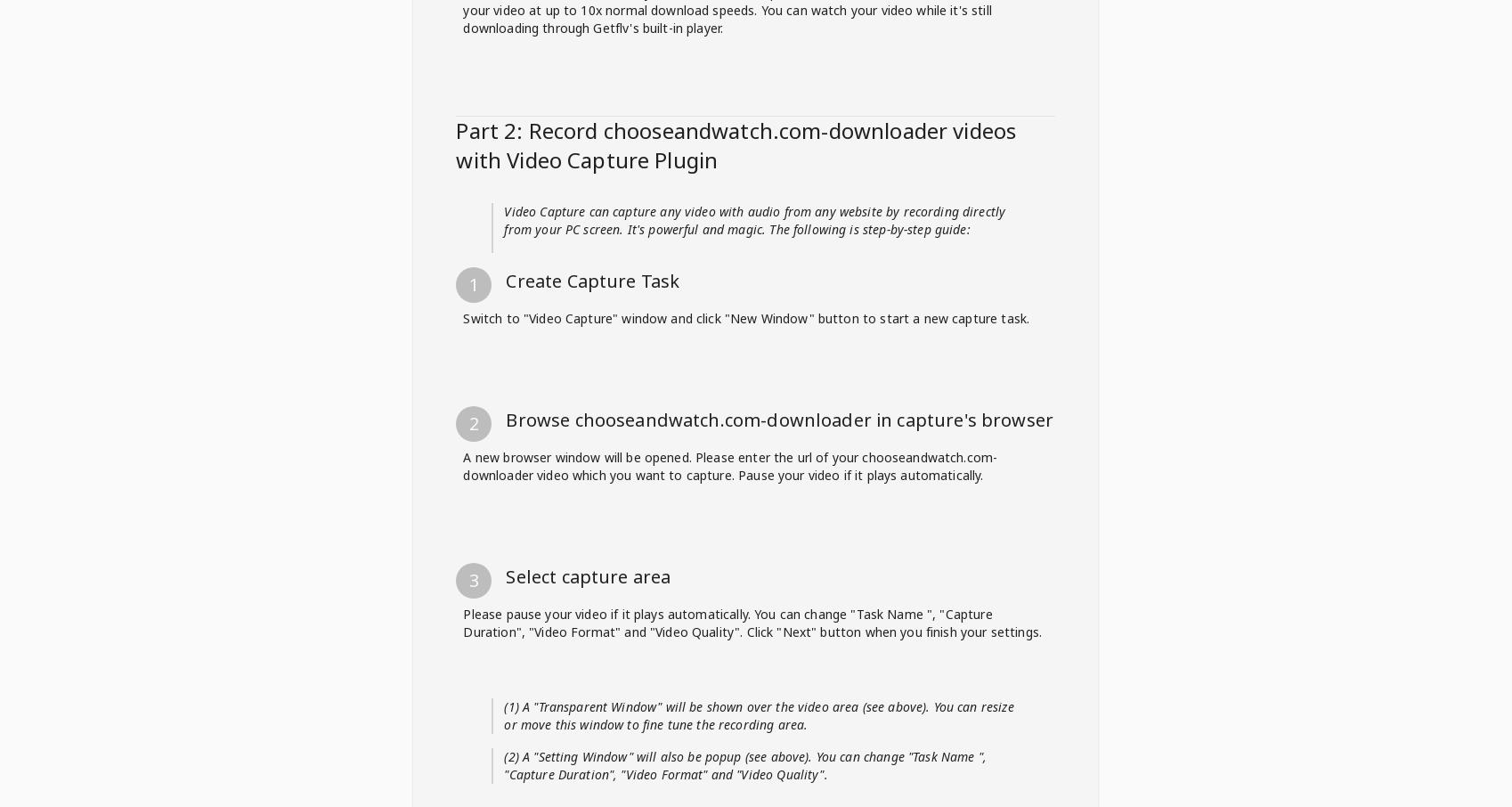 The image size is (1512, 807). What do you see at coordinates (753, 731) in the screenshot?
I see `'Video Capture can capture any video with audio from any website by recording directly from your PC screen. It's powerful and magic. The following is step-by-step guide:'` at bounding box center [753, 731].